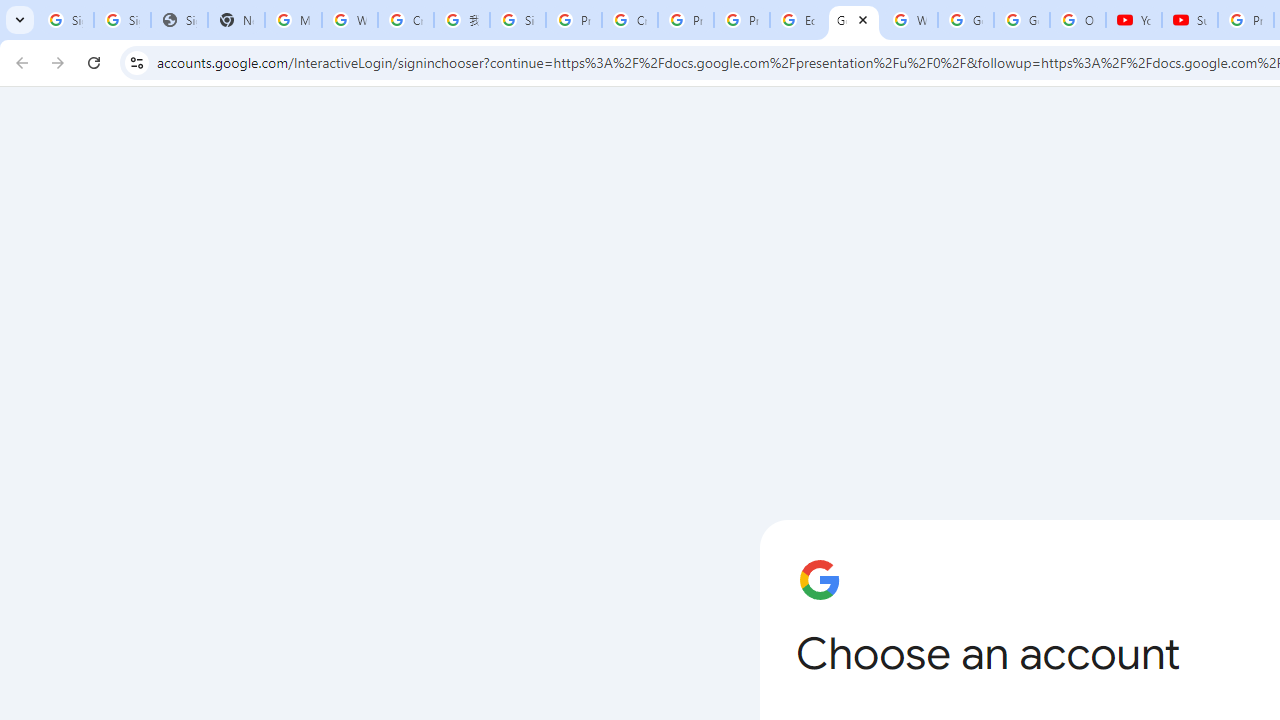  I want to click on 'New Tab', so click(236, 20).